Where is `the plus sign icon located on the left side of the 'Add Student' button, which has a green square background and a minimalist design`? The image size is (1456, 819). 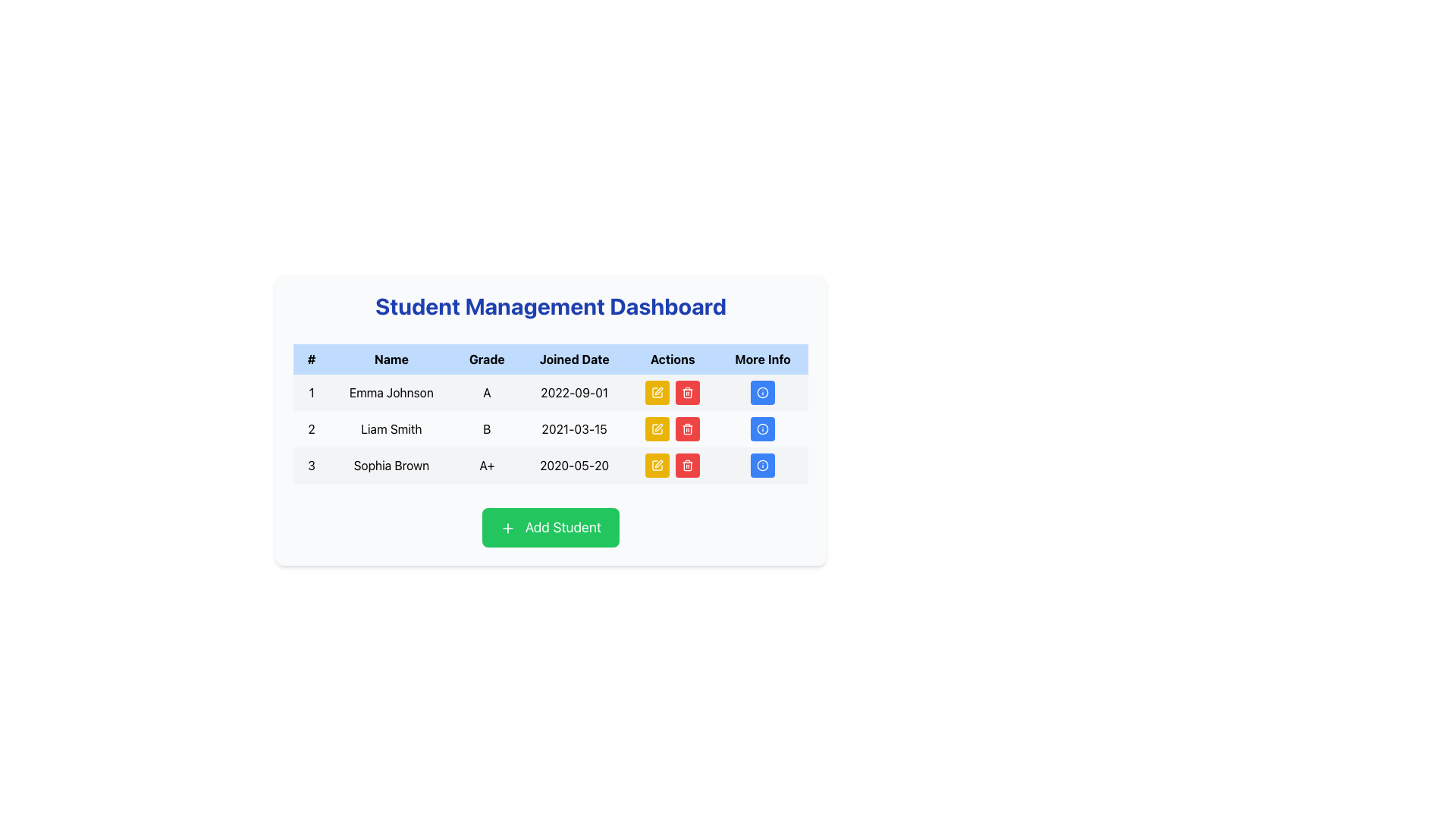
the plus sign icon located on the left side of the 'Add Student' button, which has a green square background and a minimalist design is located at coordinates (508, 528).